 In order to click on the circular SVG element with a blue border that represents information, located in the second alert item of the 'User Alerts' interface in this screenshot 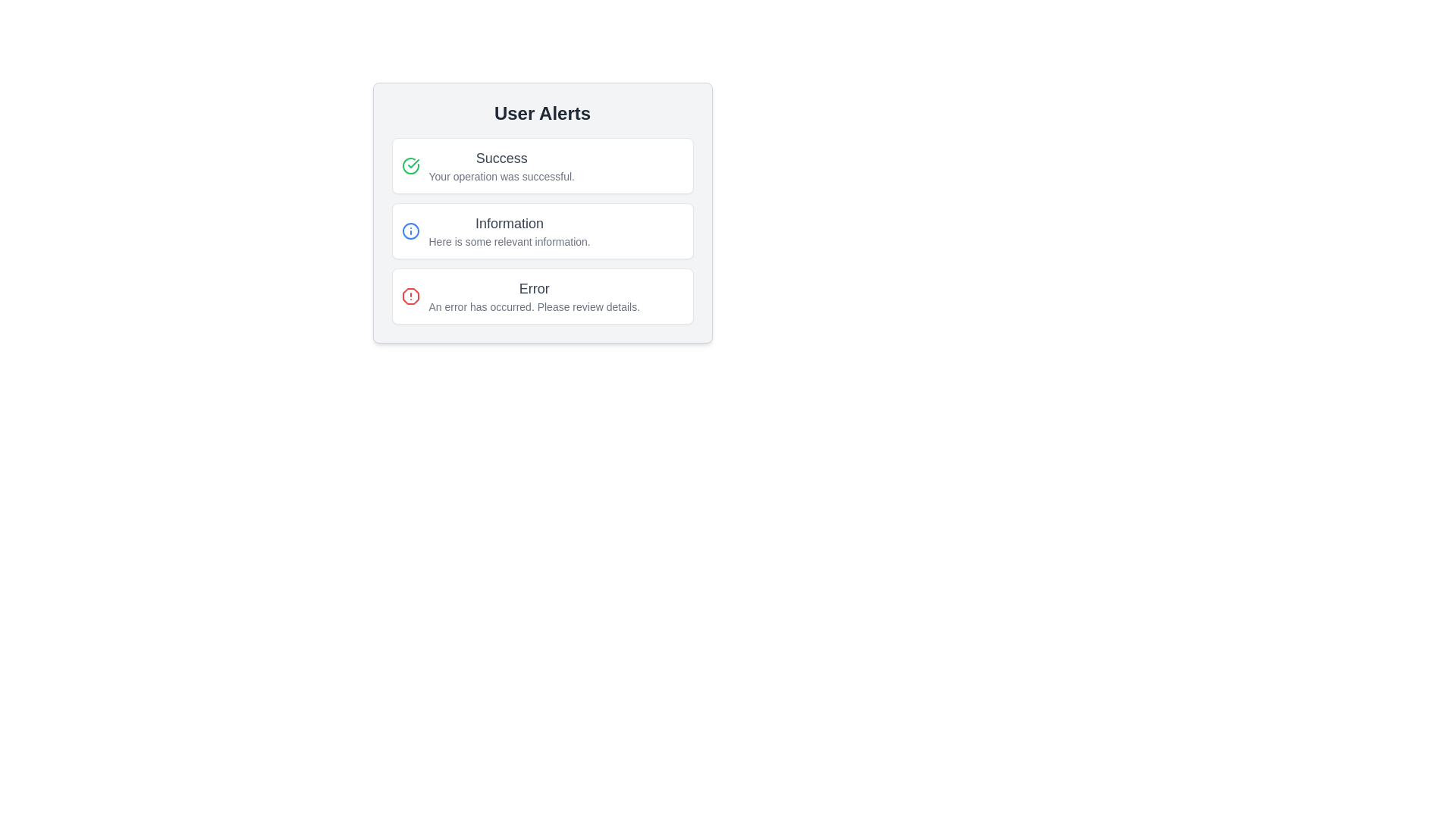, I will do `click(410, 231)`.